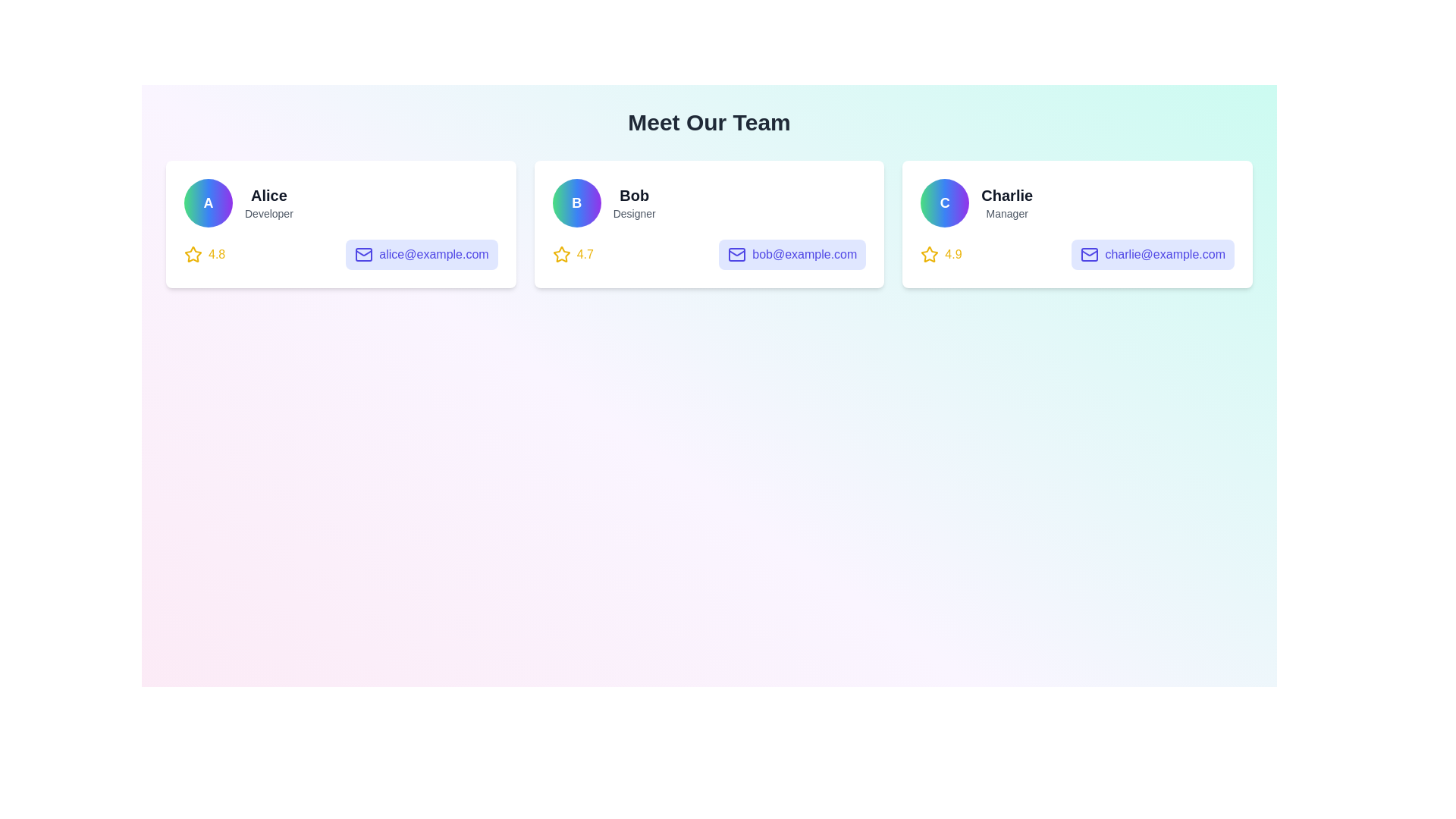  Describe the element at coordinates (204, 253) in the screenshot. I see `the Rating display unit for 'Alice', which is a combination of a yellow outlined star icon and the numeric rating '4.8' located in the bottom left corner of the card-like section` at that location.